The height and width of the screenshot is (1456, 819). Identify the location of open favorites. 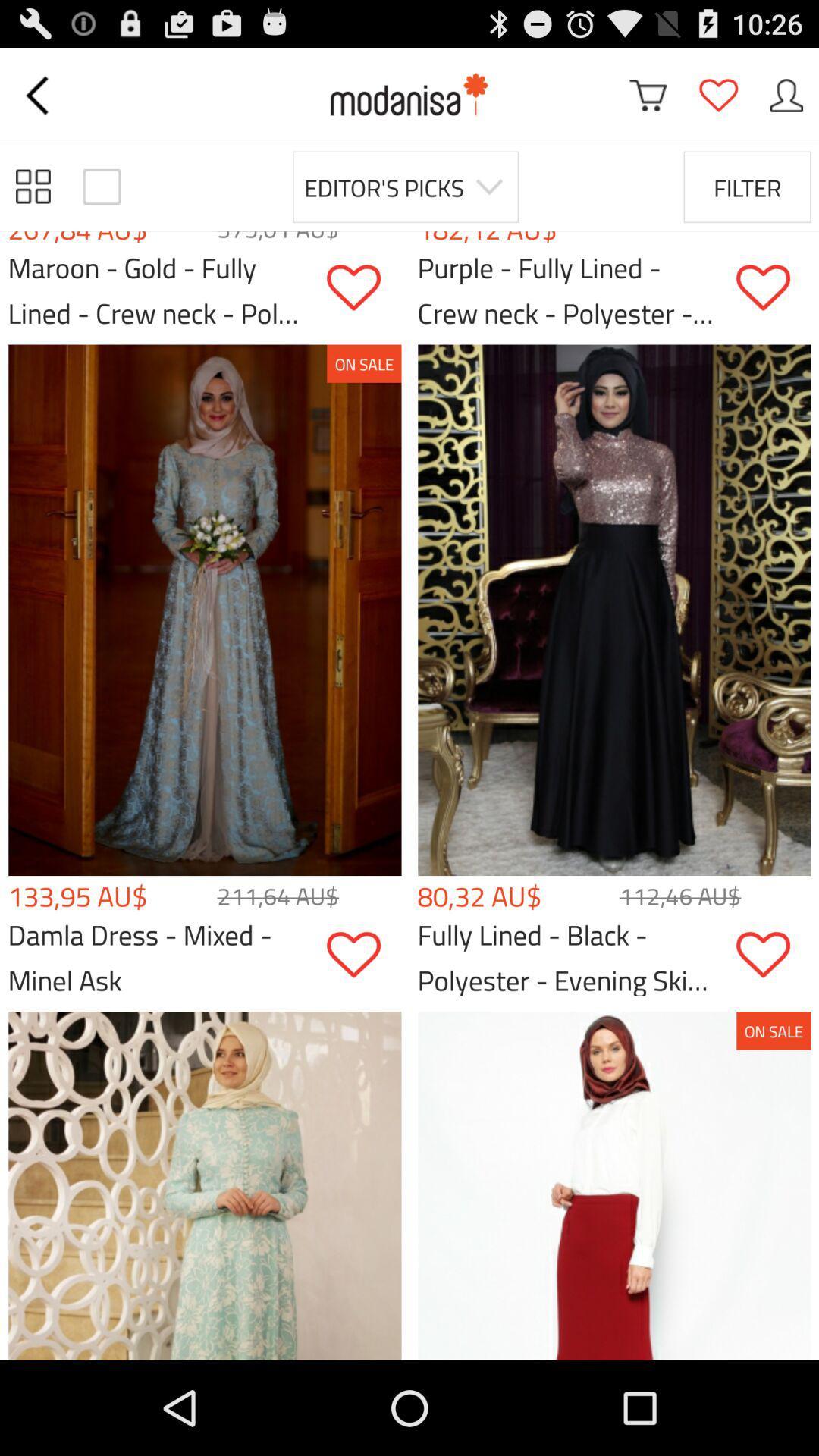
(717, 94).